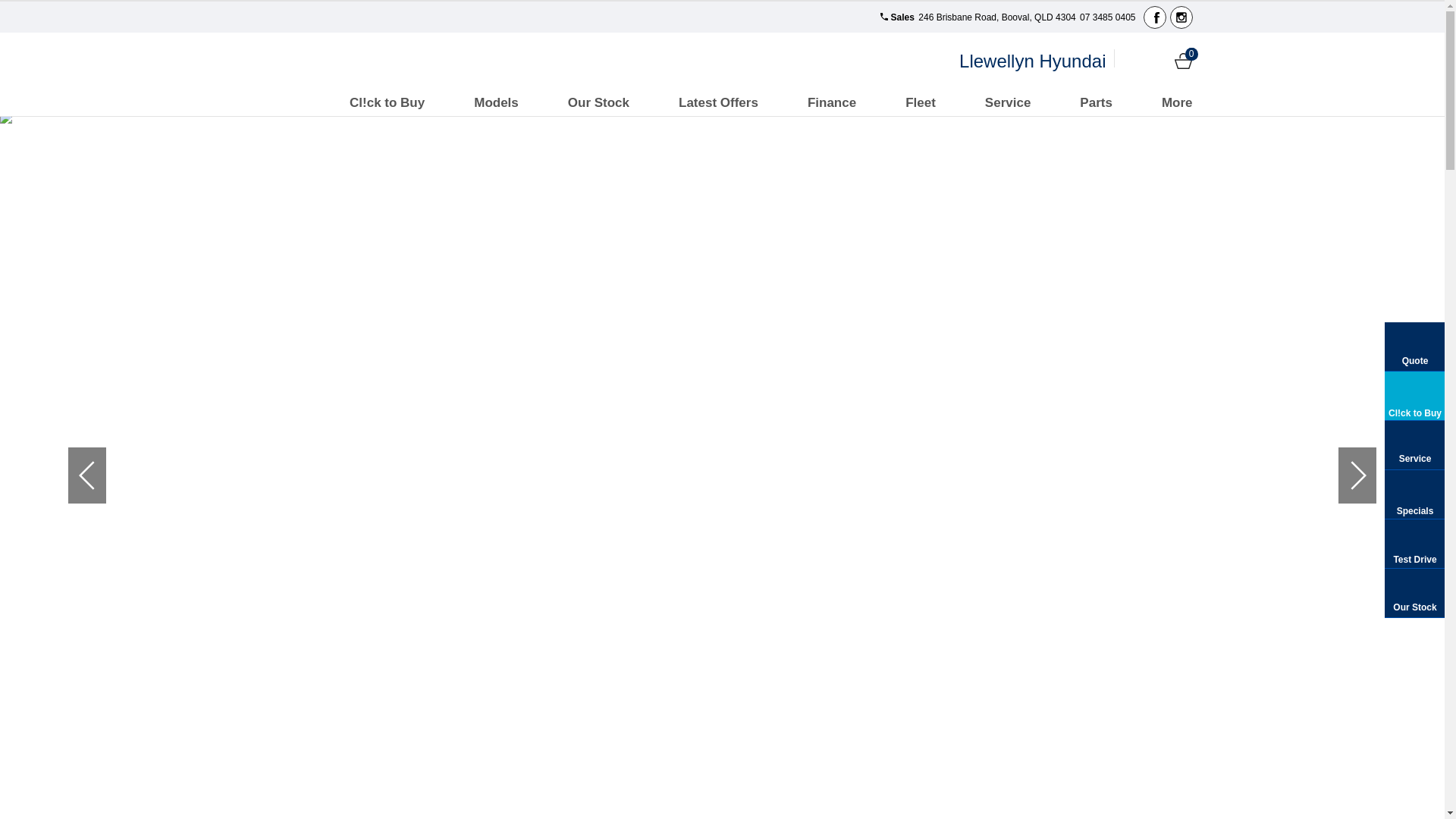 The width and height of the screenshot is (1456, 819). Describe the element at coordinates (1176, 102) in the screenshot. I see `'More'` at that location.